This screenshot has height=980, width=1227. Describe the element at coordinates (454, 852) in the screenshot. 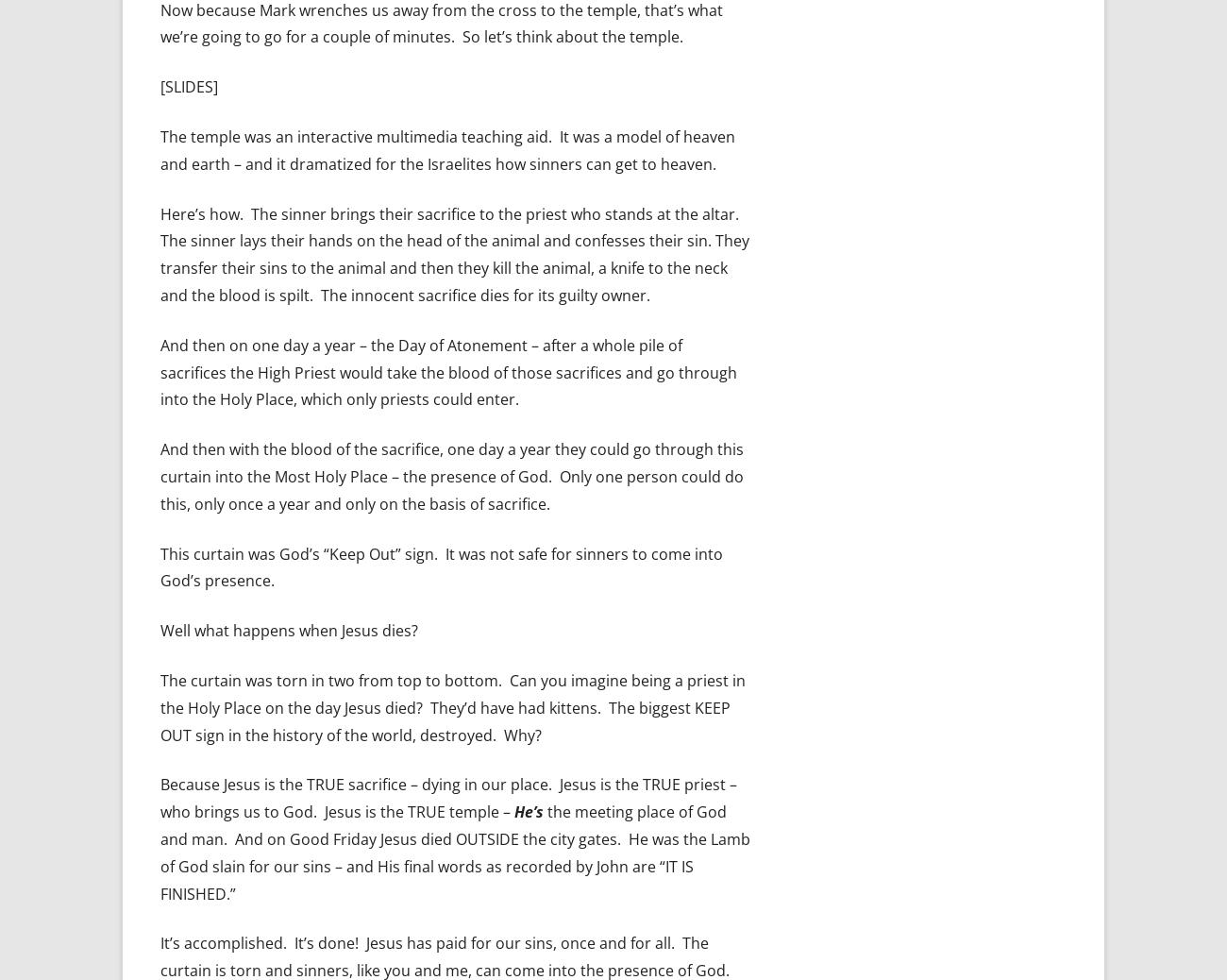

I see `'the meeting place of God and man.  And on Good Friday Jesus died OUTSIDE the city gates.  He was the Lamb of God slain for our sins – and His final words as recorded by John are “IT IS FINISHED.”'` at that location.